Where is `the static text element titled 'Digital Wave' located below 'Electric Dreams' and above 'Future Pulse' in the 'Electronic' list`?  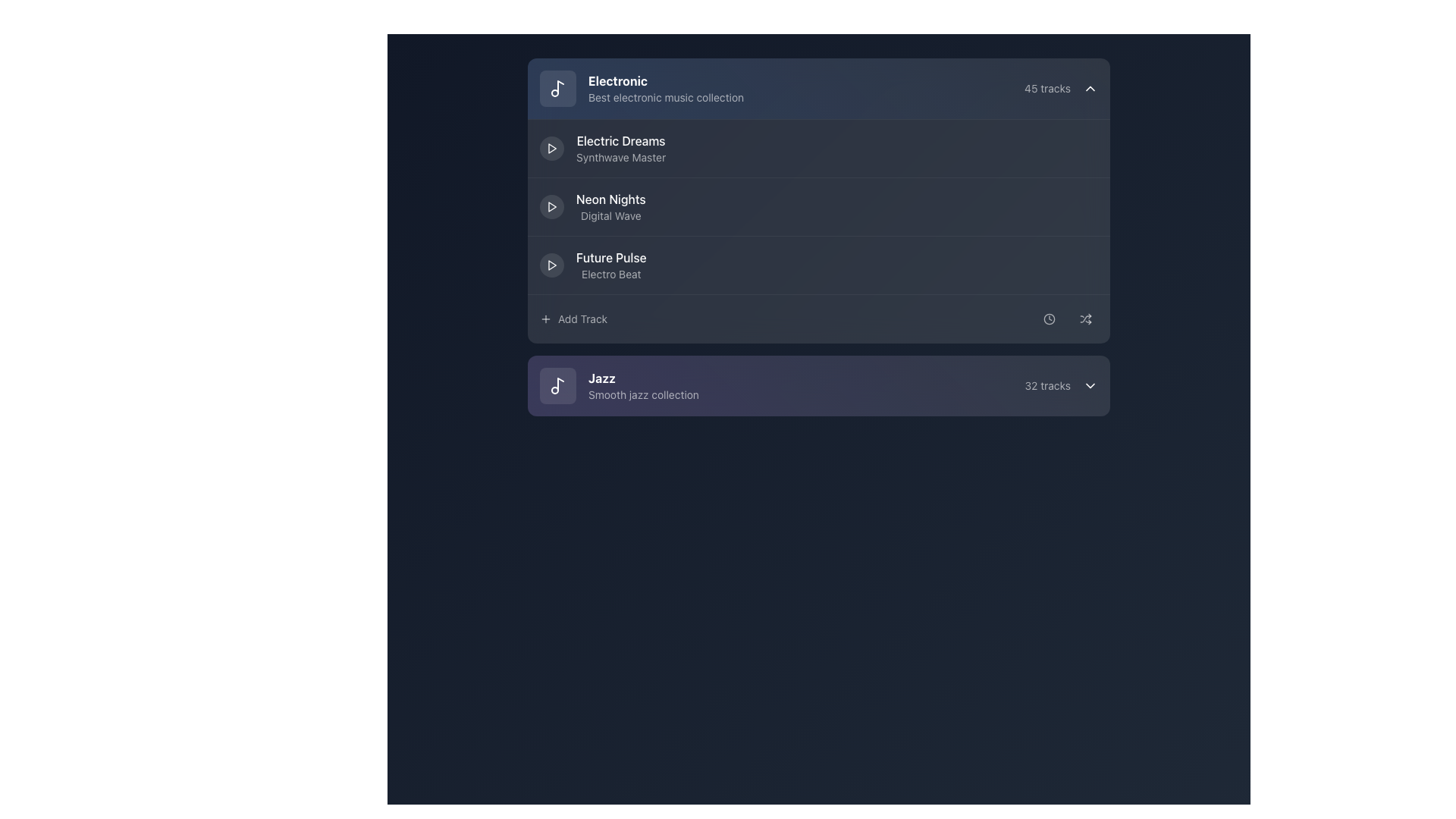
the static text element titled 'Digital Wave' located below 'Electric Dreams' and above 'Future Pulse' in the 'Electronic' list is located at coordinates (610, 198).